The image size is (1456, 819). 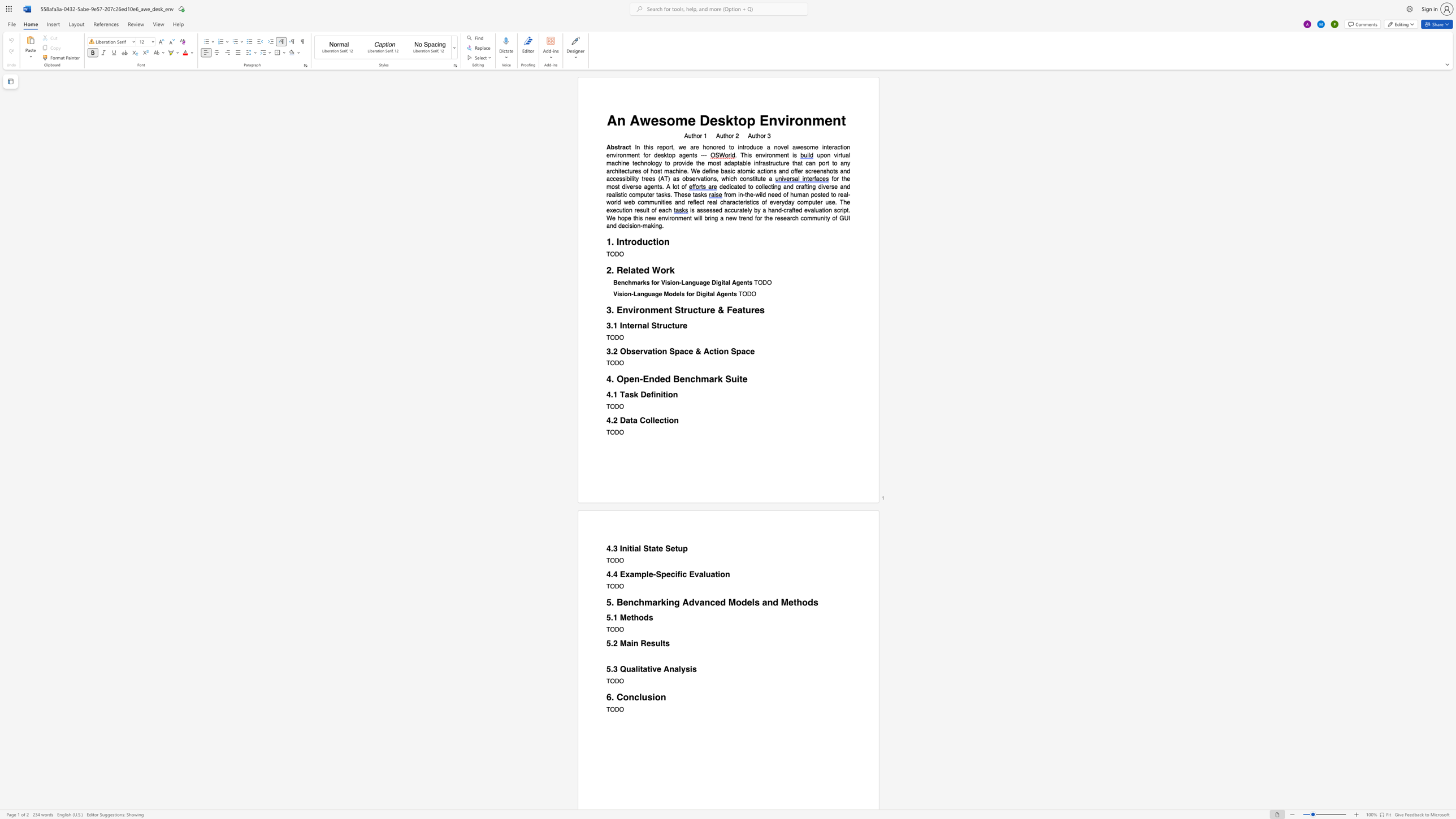 What do you see at coordinates (687, 309) in the screenshot?
I see `the space between the continuous character "r" and "u" in the text` at bounding box center [687, 309].